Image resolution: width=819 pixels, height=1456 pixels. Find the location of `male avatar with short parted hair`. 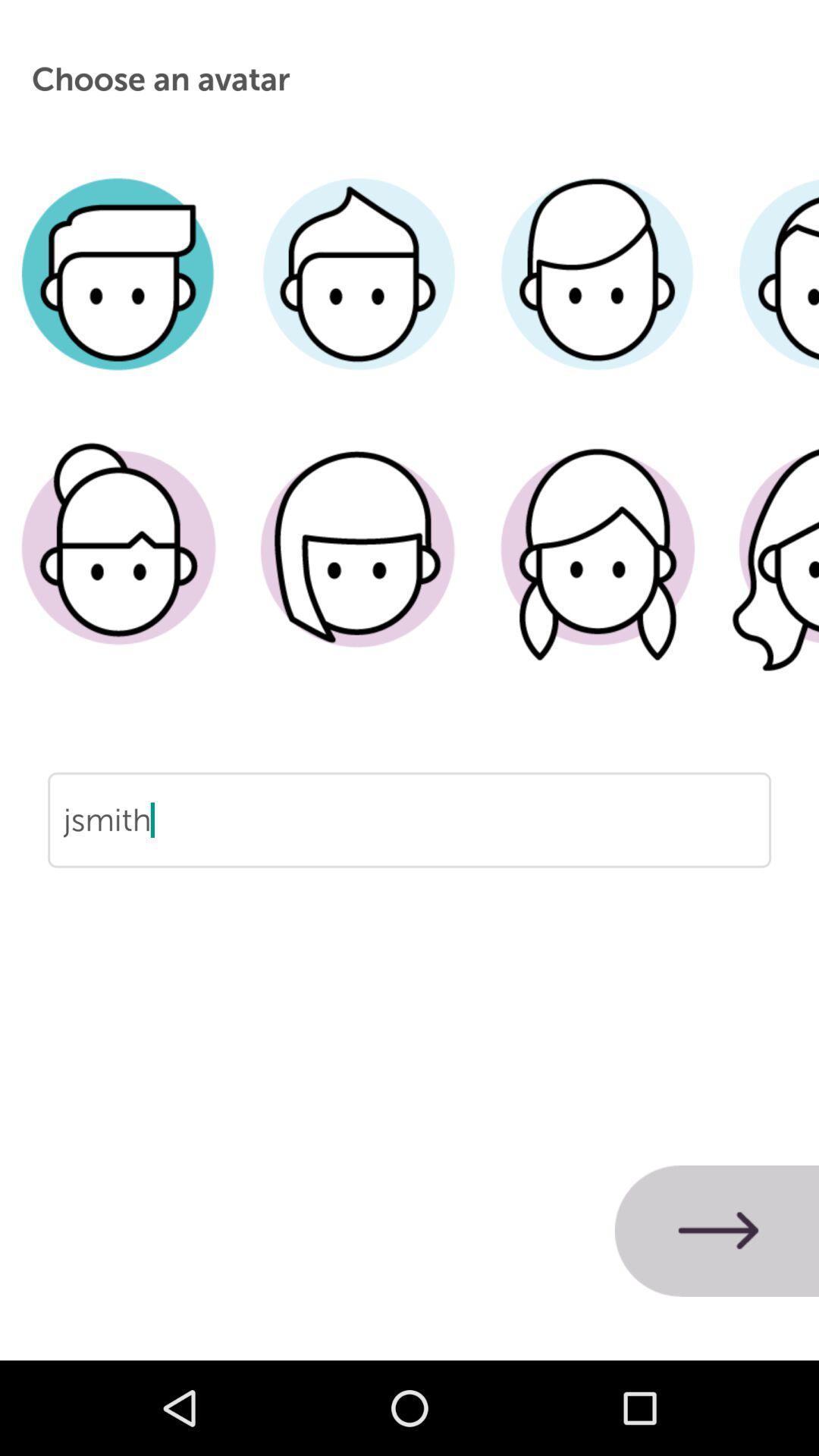

male avatar with short parted hair is located at coordinates (118, 297).